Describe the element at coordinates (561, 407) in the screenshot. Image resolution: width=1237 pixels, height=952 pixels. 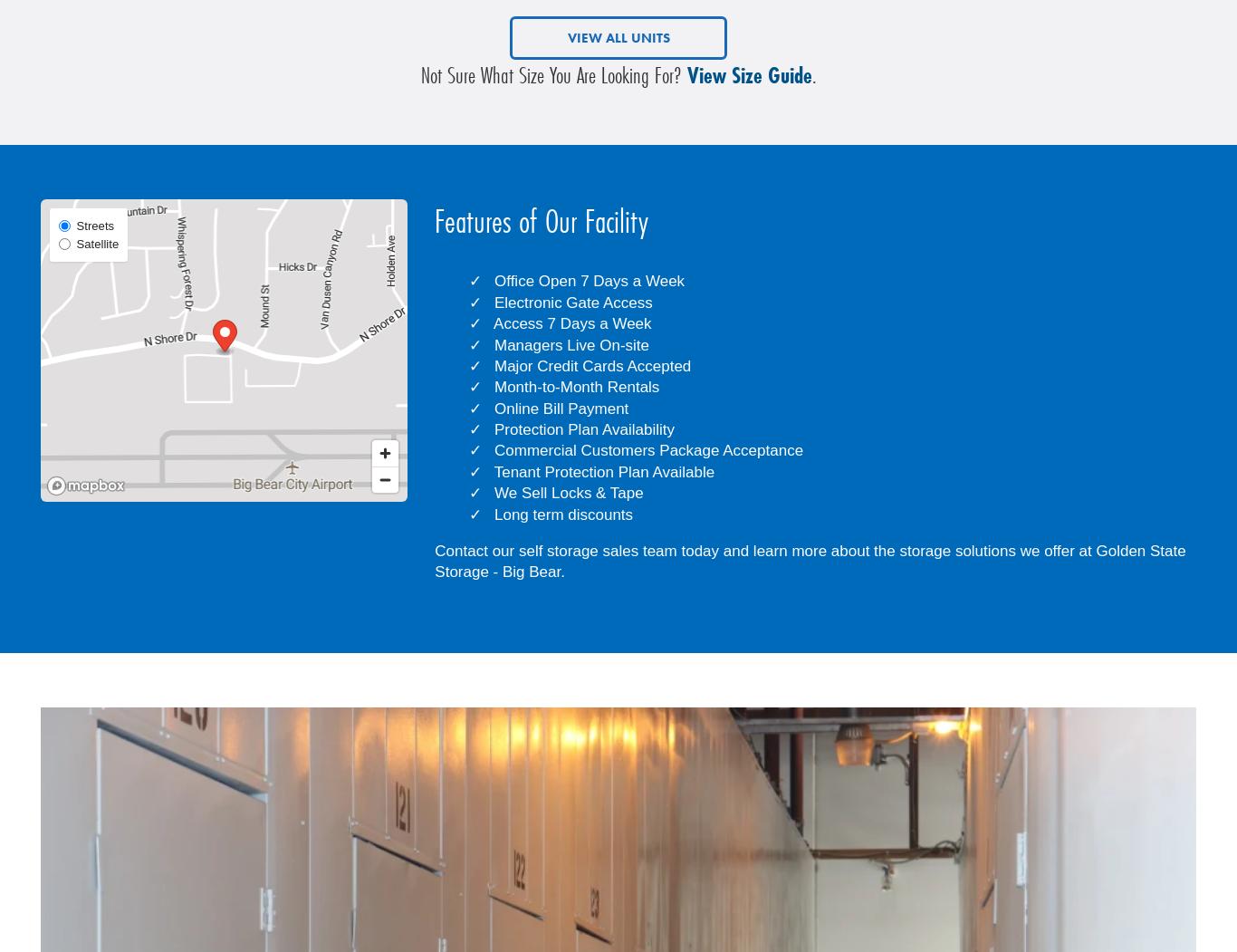
I see `'Online Bill Payment'` at that location.